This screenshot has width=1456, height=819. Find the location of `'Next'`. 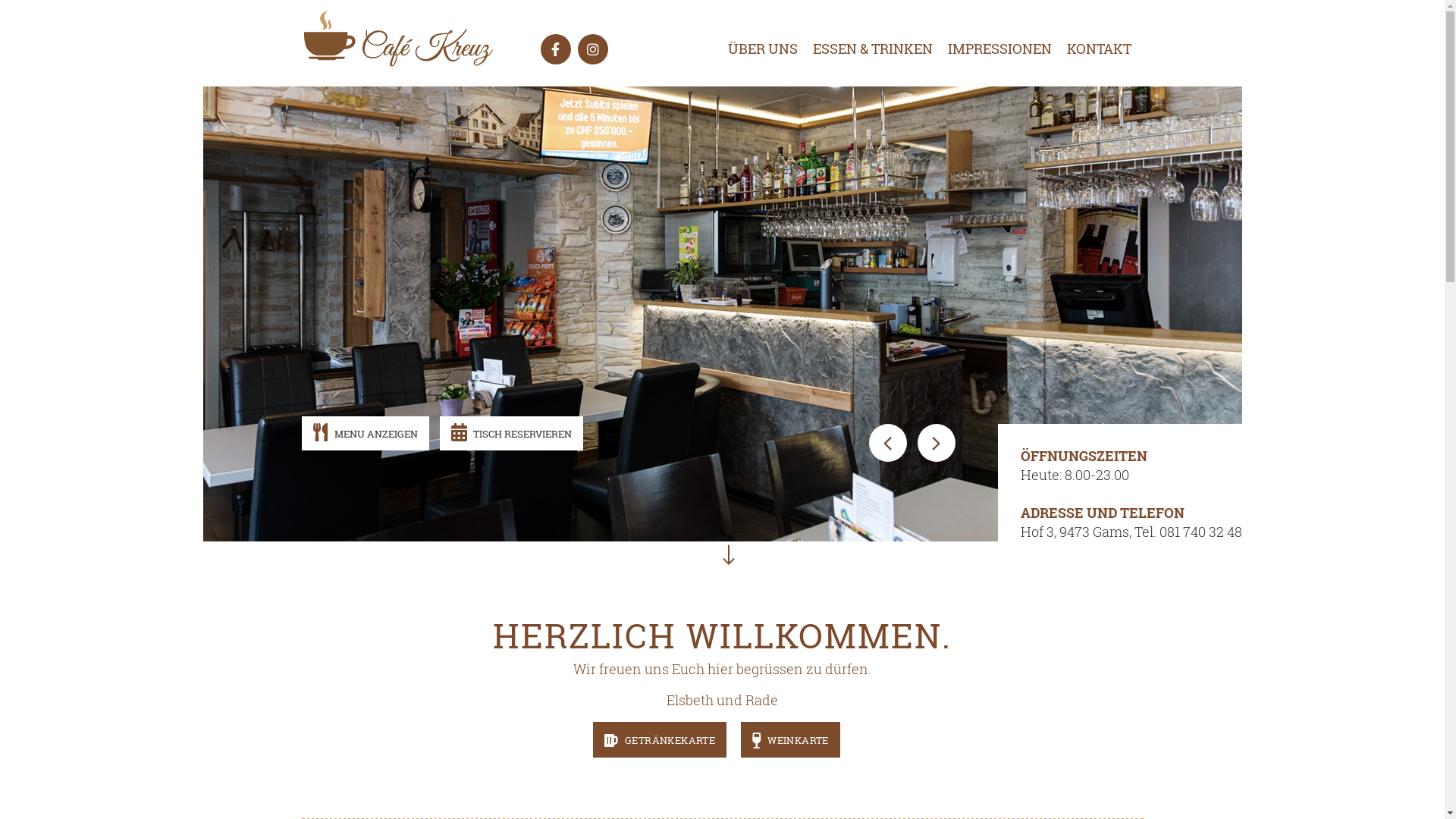

'Next' is located at coordinates (916, 442).